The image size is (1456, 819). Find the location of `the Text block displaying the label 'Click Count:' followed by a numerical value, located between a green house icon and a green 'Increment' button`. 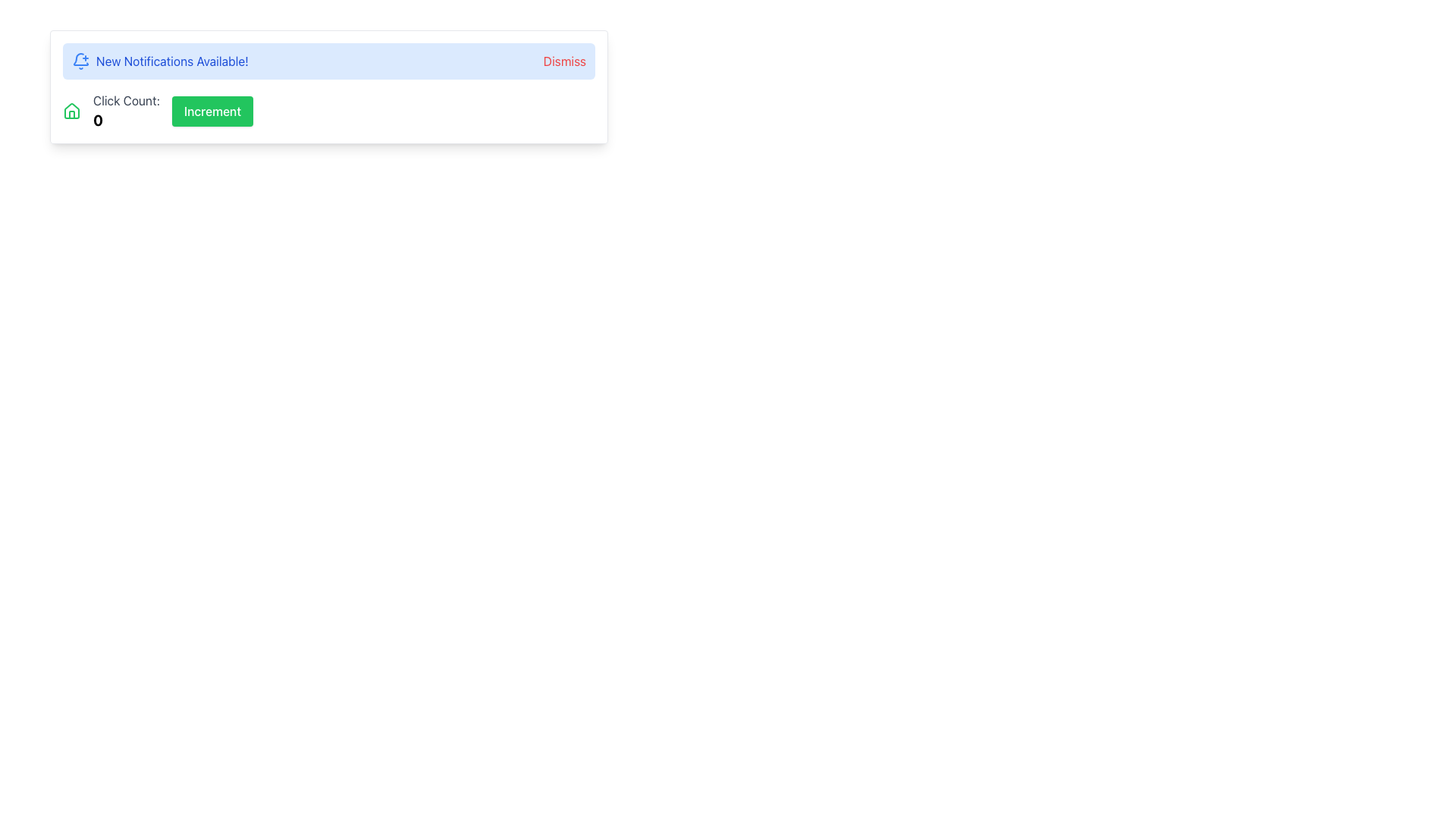

the Text block displaying the label 'Click Count:' followed by a numerical value, located between a green house icon and a green 'Increment' button is located at coordinates (127, 110).